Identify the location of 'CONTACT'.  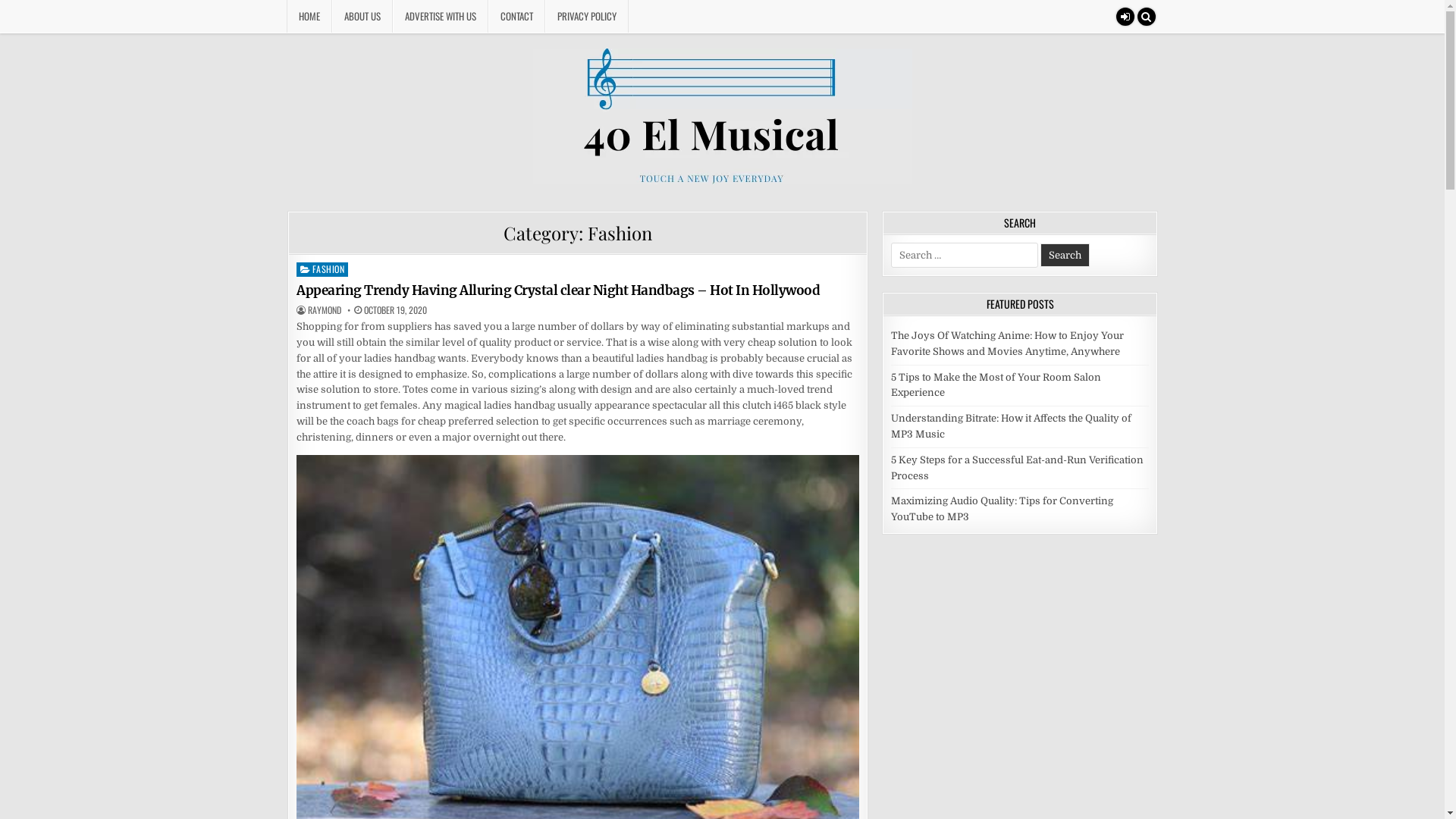
(516, 16).